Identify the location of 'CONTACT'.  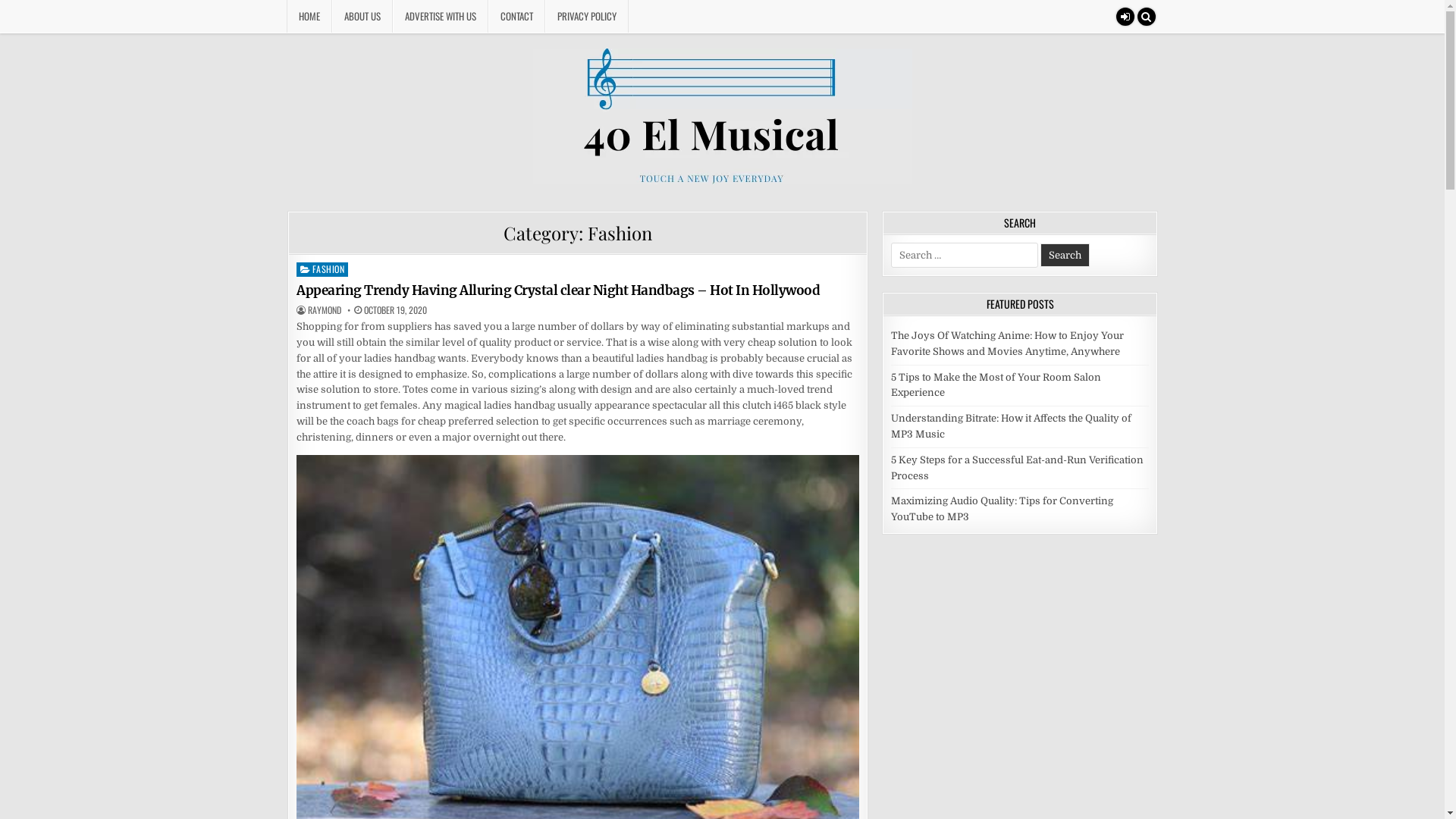
(516, 16).